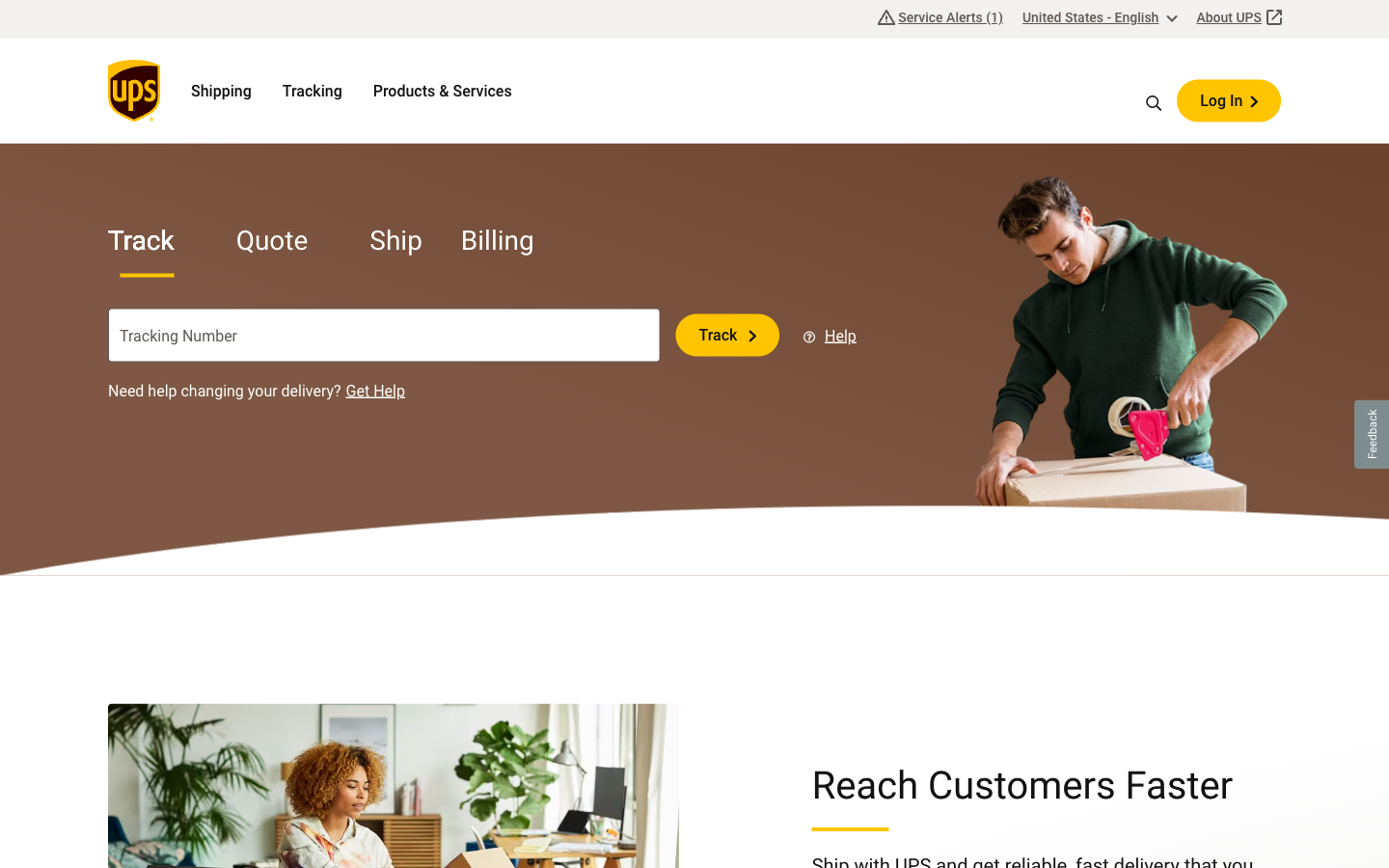 This screenshot has height=868, width=1389. What do you see at coordinates (568, 335) in the screenshot?
I see `Erase the data from the tracking bar` at bounding box center [568, 335].